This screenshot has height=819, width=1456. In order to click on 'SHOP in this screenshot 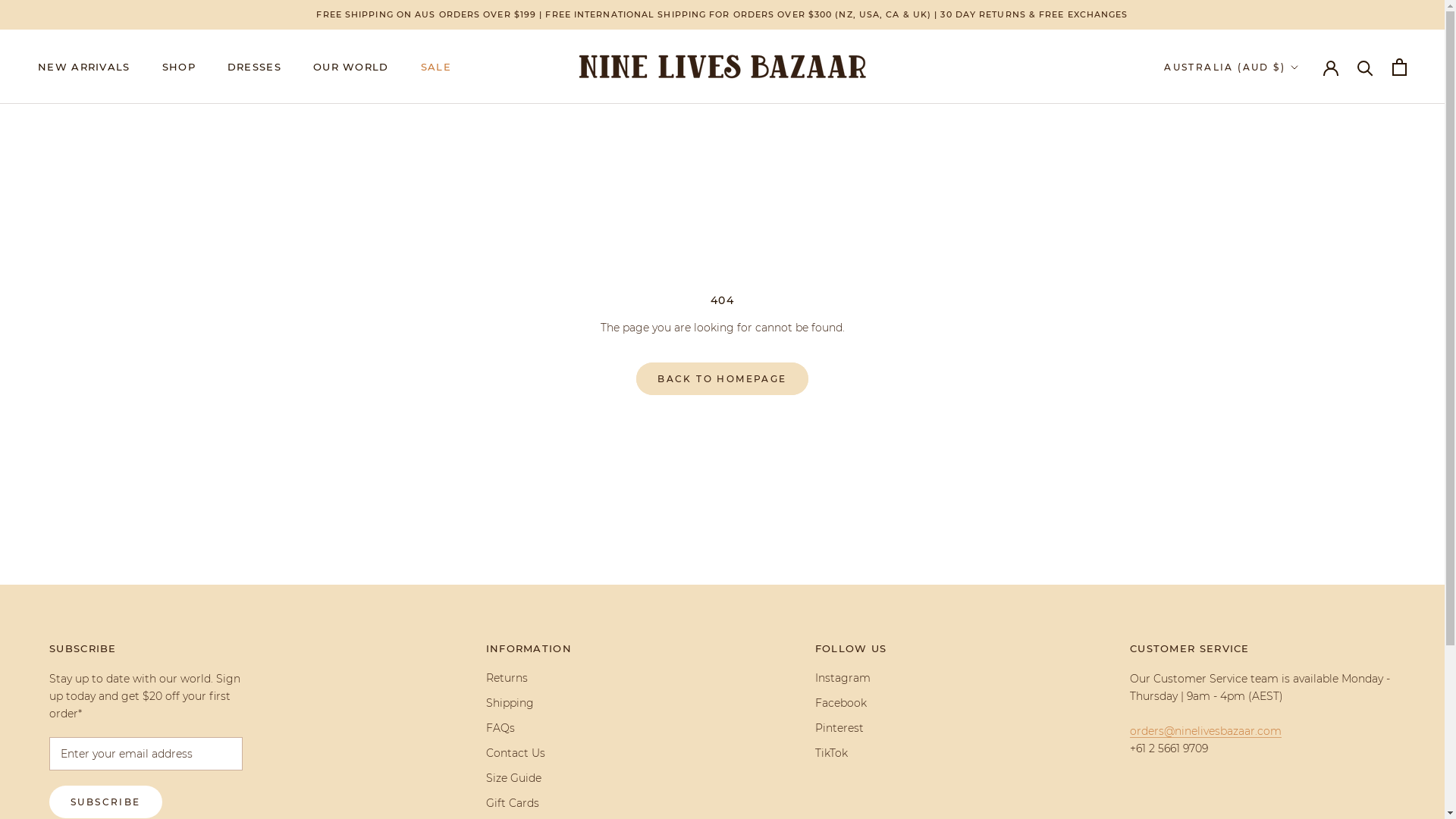, I will do `click(178, 66)`.